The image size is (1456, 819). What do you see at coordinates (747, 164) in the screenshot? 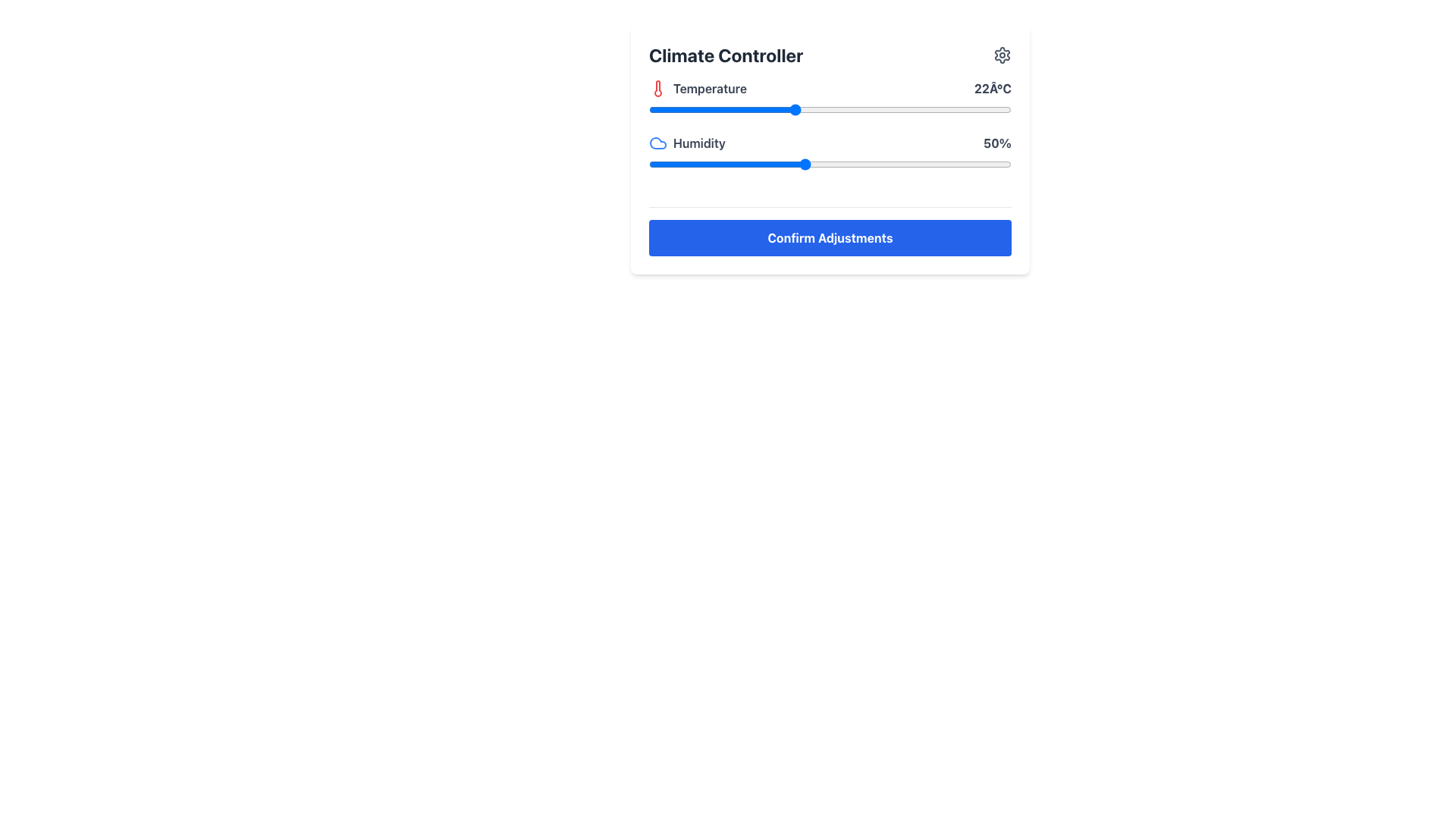
I see `the humidity` at bounding box center [747, 164].